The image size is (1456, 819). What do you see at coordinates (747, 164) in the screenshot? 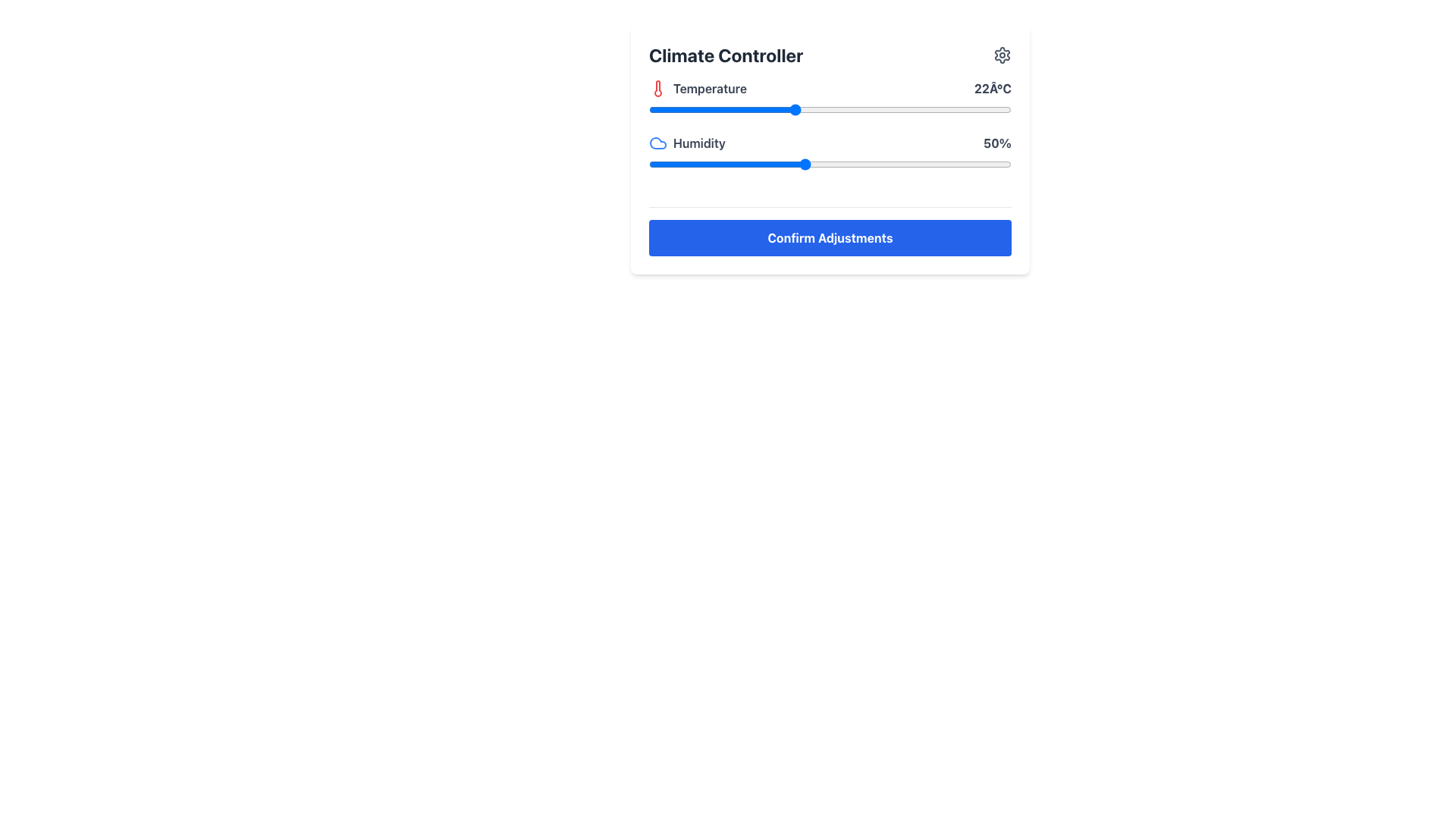
I see `the humidity` at bounding box center [747, 164].